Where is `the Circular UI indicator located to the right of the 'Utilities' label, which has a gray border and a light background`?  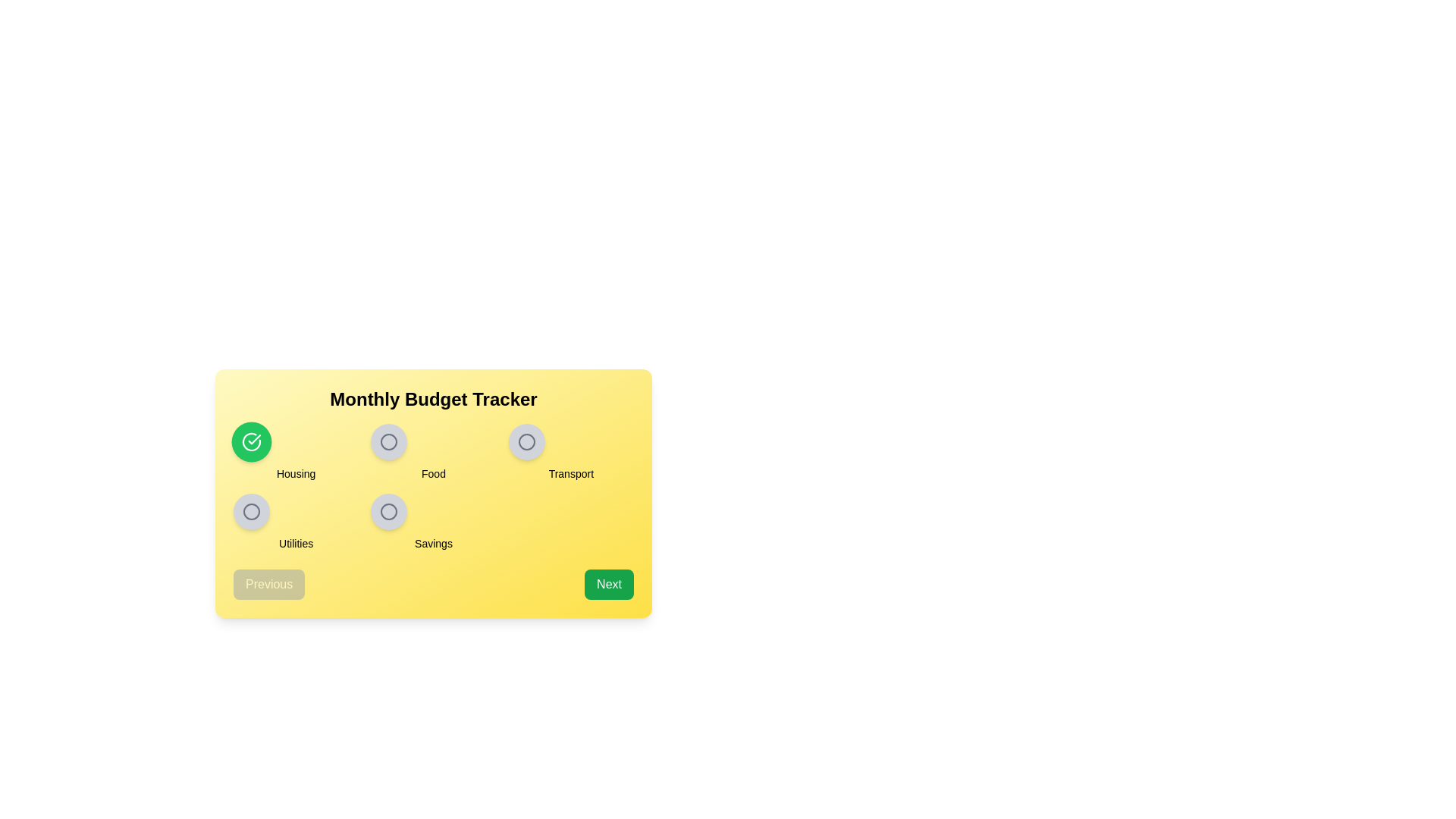
the Circular UI indicator located to the right of the 'Utilities' label, which has a gray border and a light background is located at coordinates (251, 512).